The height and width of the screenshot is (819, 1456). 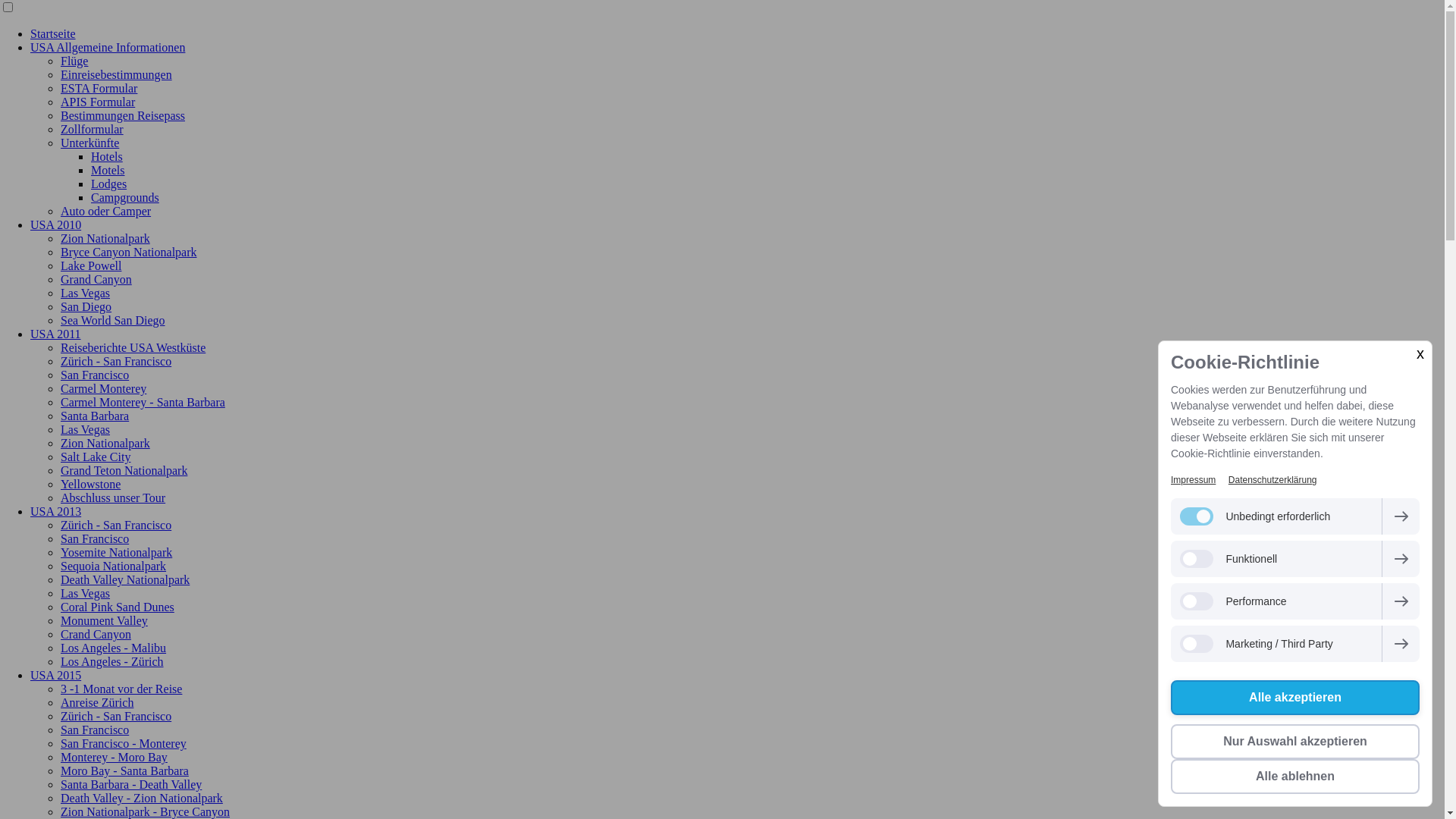 What do you see at coordinates (55, 224) in the screenshot?
I see `'USA 2010'` at bounding box center [55, 224].